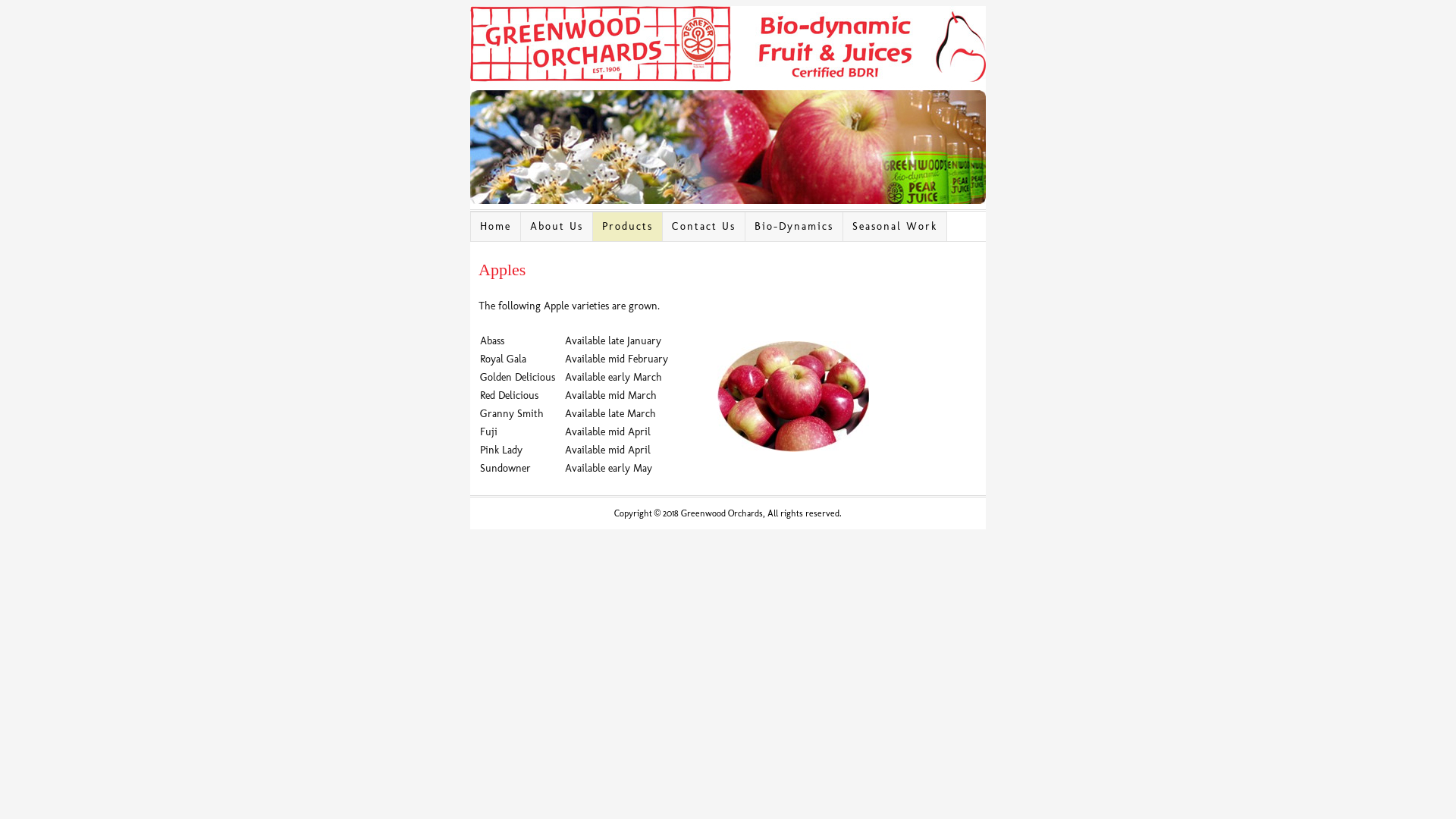  I want to click on 'Contact Us', so click(703, 227).